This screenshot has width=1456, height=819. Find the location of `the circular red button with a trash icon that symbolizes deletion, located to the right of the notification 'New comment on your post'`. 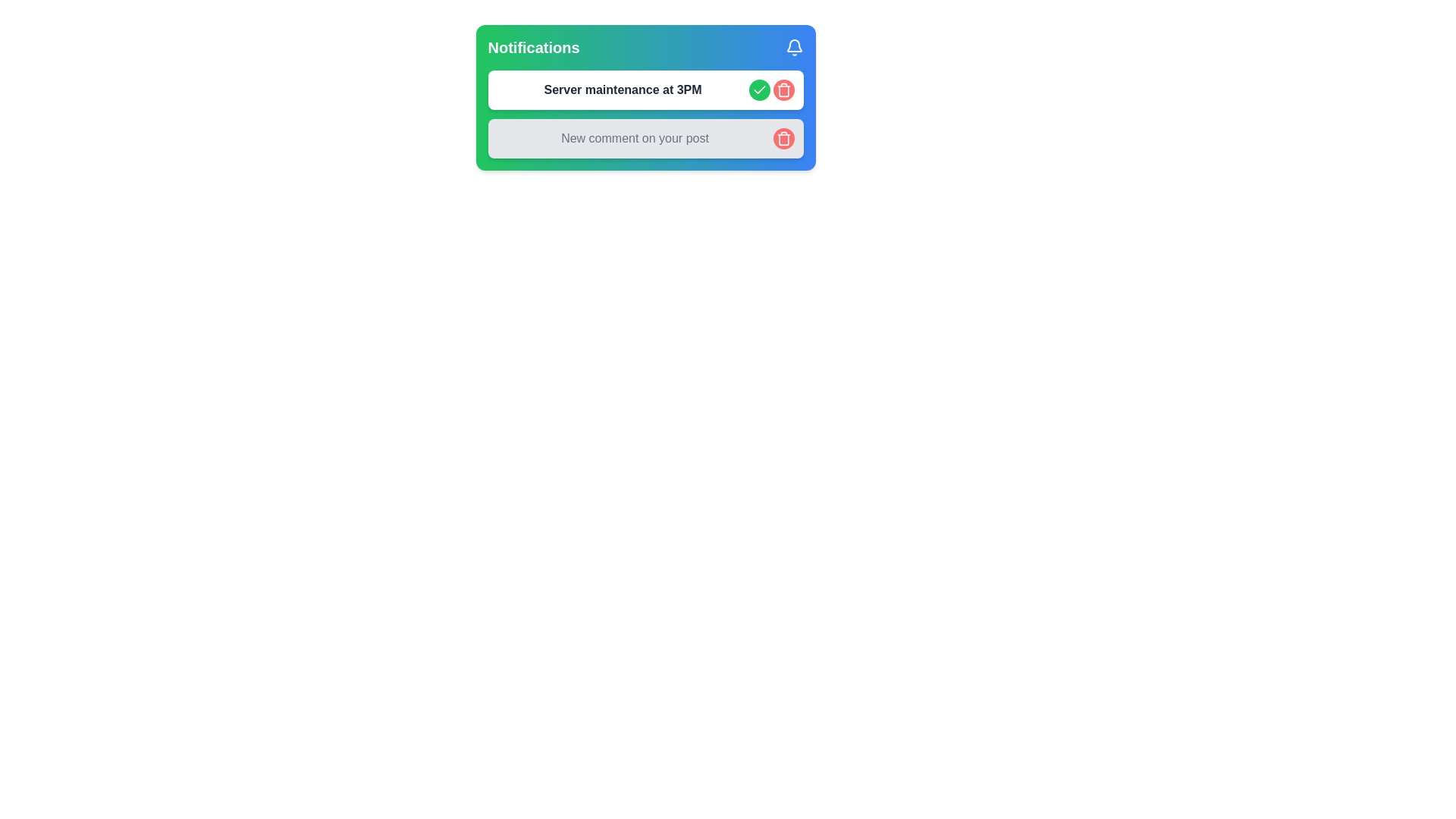

the circular red button with a trash icon that symbolizes deletion, located to the right of the notification 'New comment on your post' is located at coordinates (783, 138).